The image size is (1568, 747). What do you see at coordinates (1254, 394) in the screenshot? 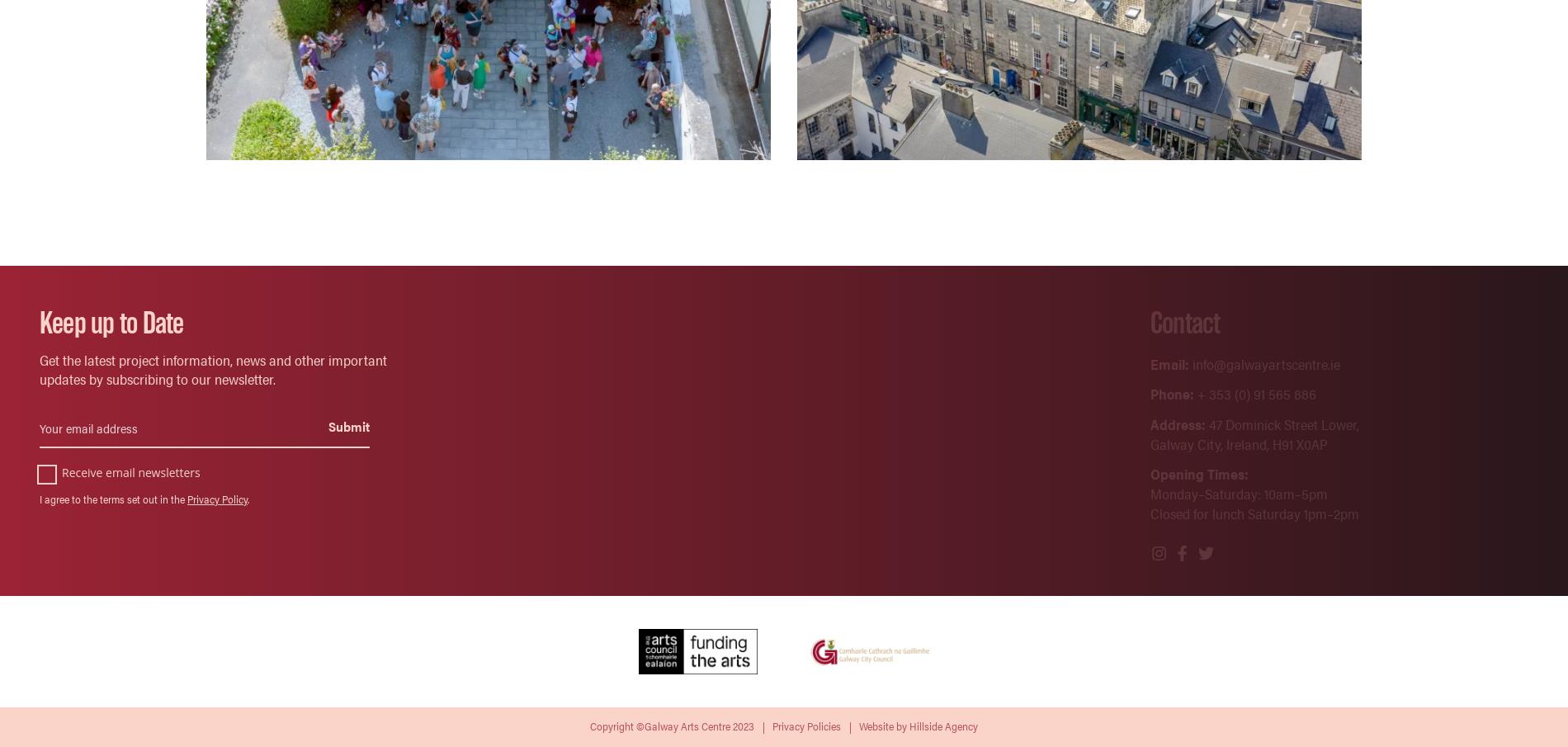
I see `'+ 353 (0) 91 565 886'` at bounding box center [1254, 394].